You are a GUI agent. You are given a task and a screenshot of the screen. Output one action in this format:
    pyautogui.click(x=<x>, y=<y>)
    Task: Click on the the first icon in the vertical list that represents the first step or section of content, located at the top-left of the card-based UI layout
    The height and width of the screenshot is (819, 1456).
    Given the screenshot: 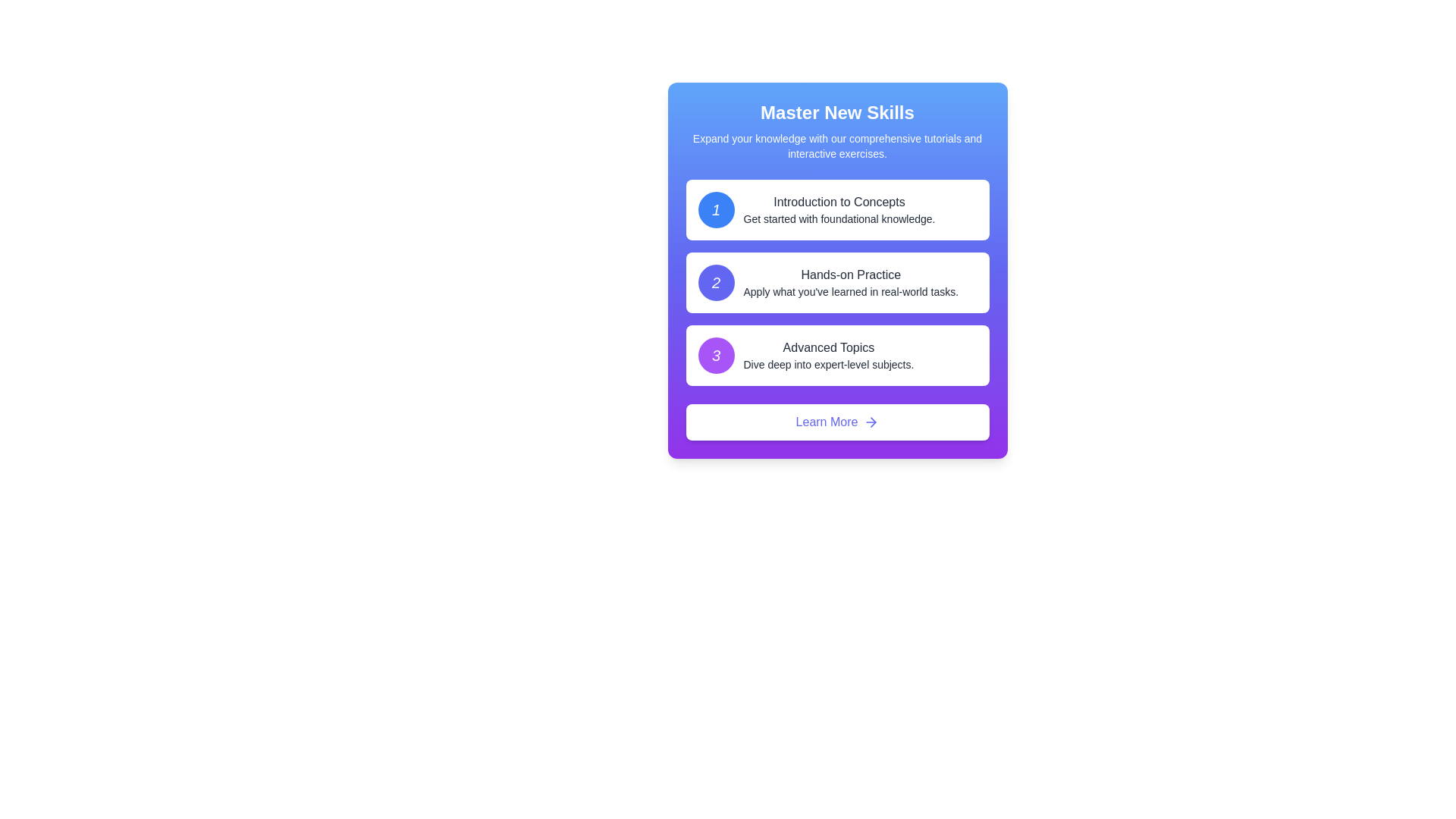 What is the action you would take?
    pyautogui.click(x=715, y=210)
    